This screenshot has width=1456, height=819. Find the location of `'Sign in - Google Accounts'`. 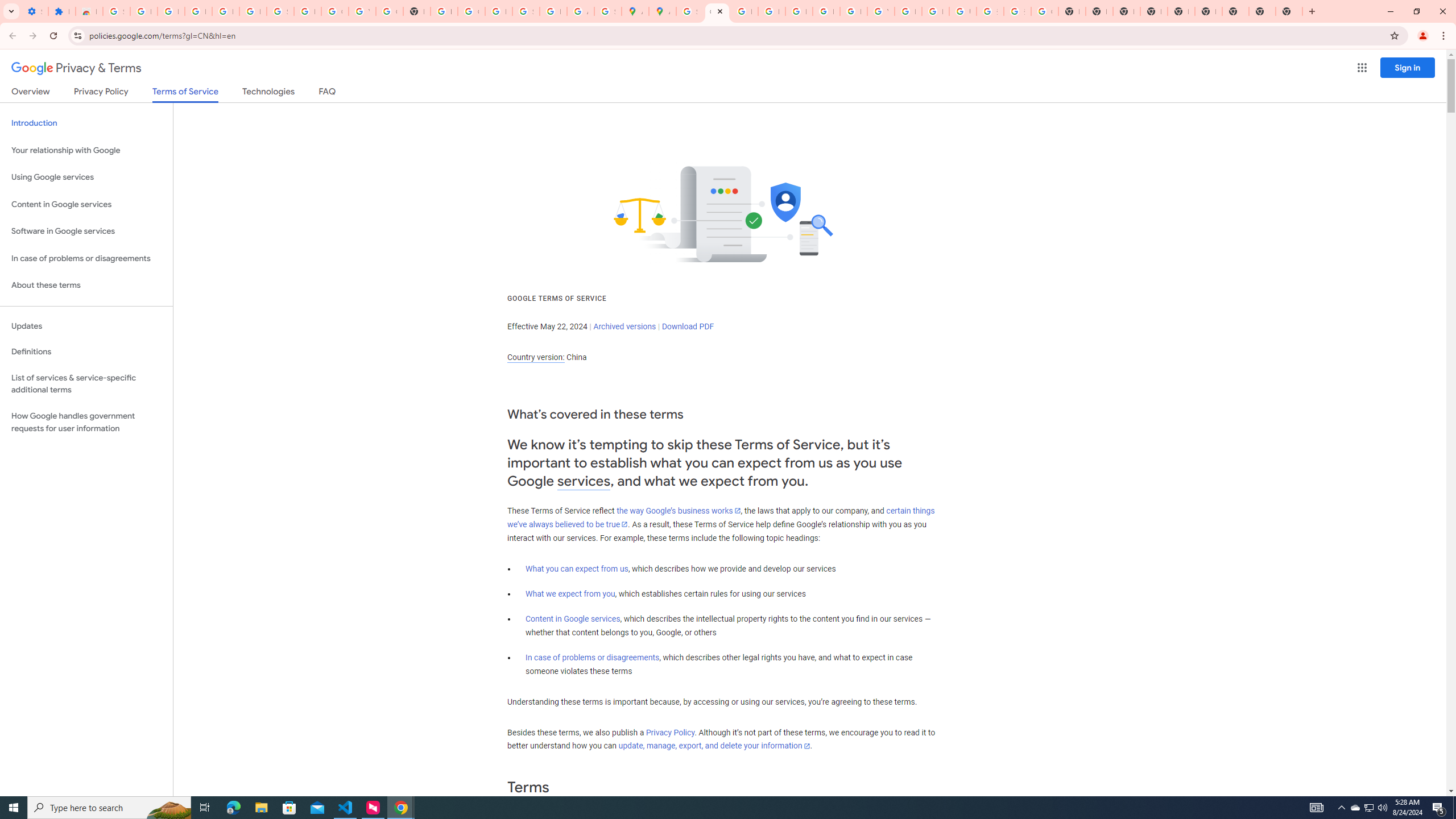

'Sign in - Google Accounts' is located at coordinates (280, 11).